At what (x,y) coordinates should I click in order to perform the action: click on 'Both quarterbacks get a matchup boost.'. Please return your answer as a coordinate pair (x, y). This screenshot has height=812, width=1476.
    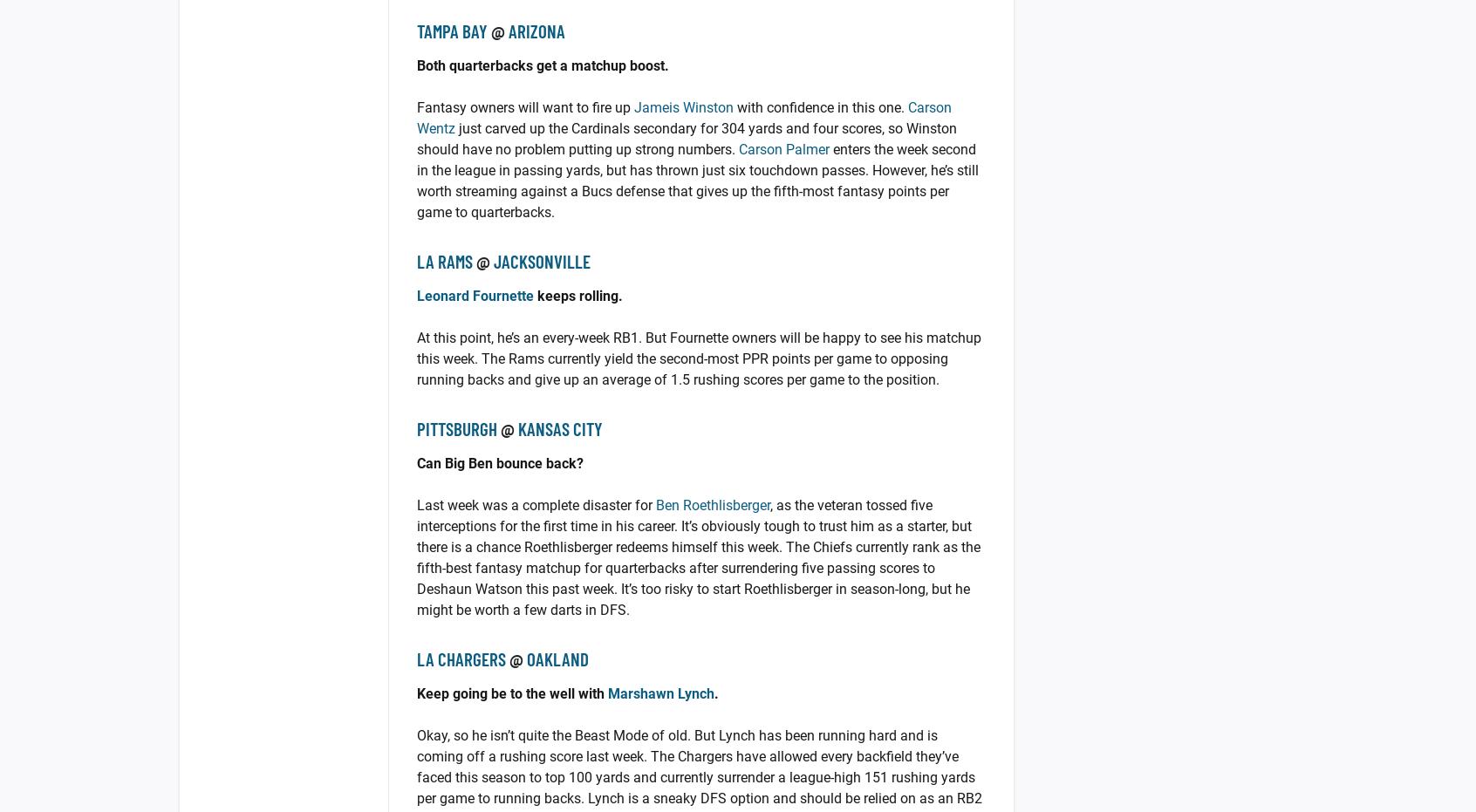
    Looking at the image, I should click on (542, 65).